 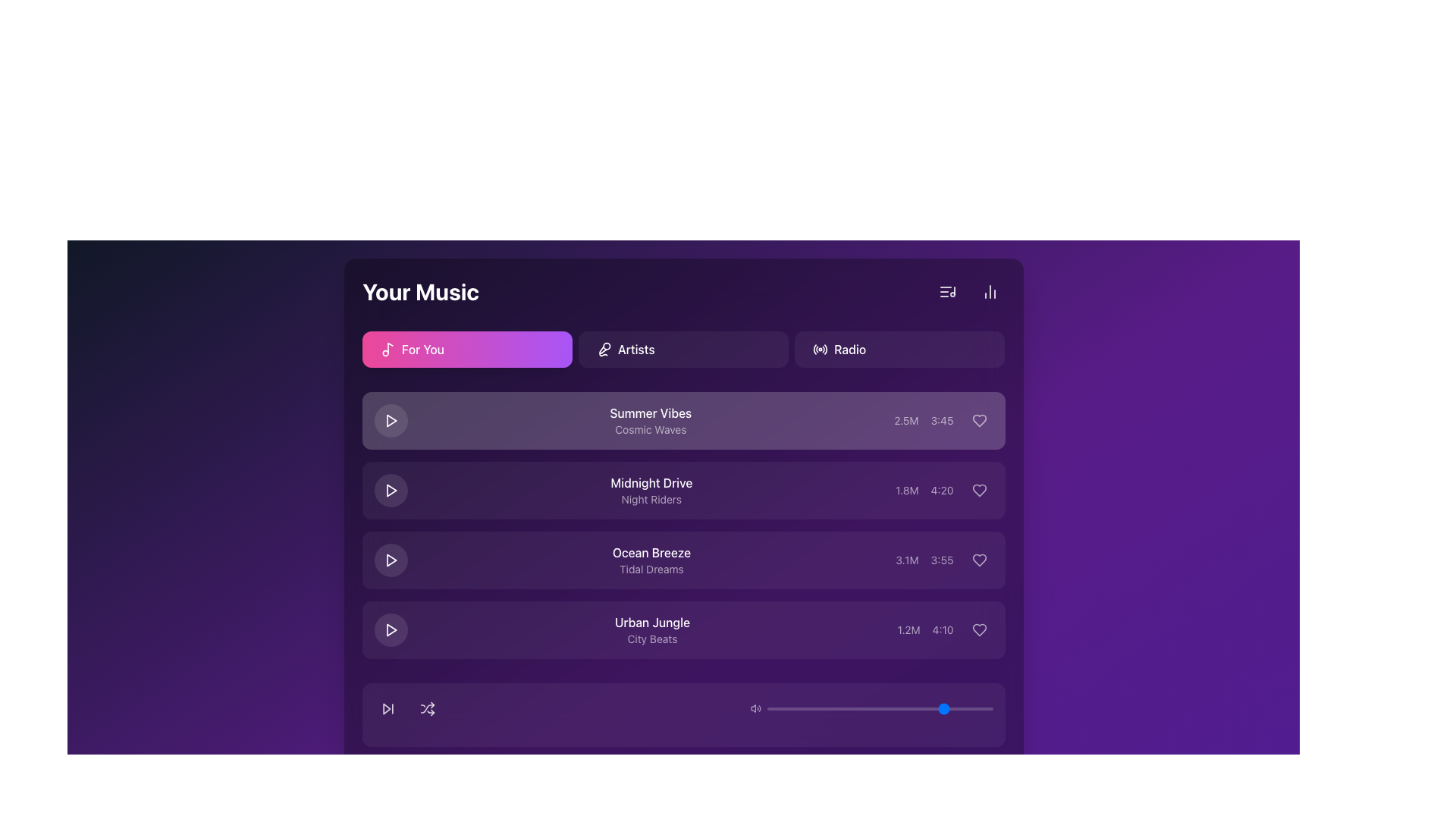 I want to click on the Textual Information Display showing '1.8M' and '4:20', which is located to the right of the music track titled 'Midnight Drive' and before the heart icon, so click(x=943, y=491).